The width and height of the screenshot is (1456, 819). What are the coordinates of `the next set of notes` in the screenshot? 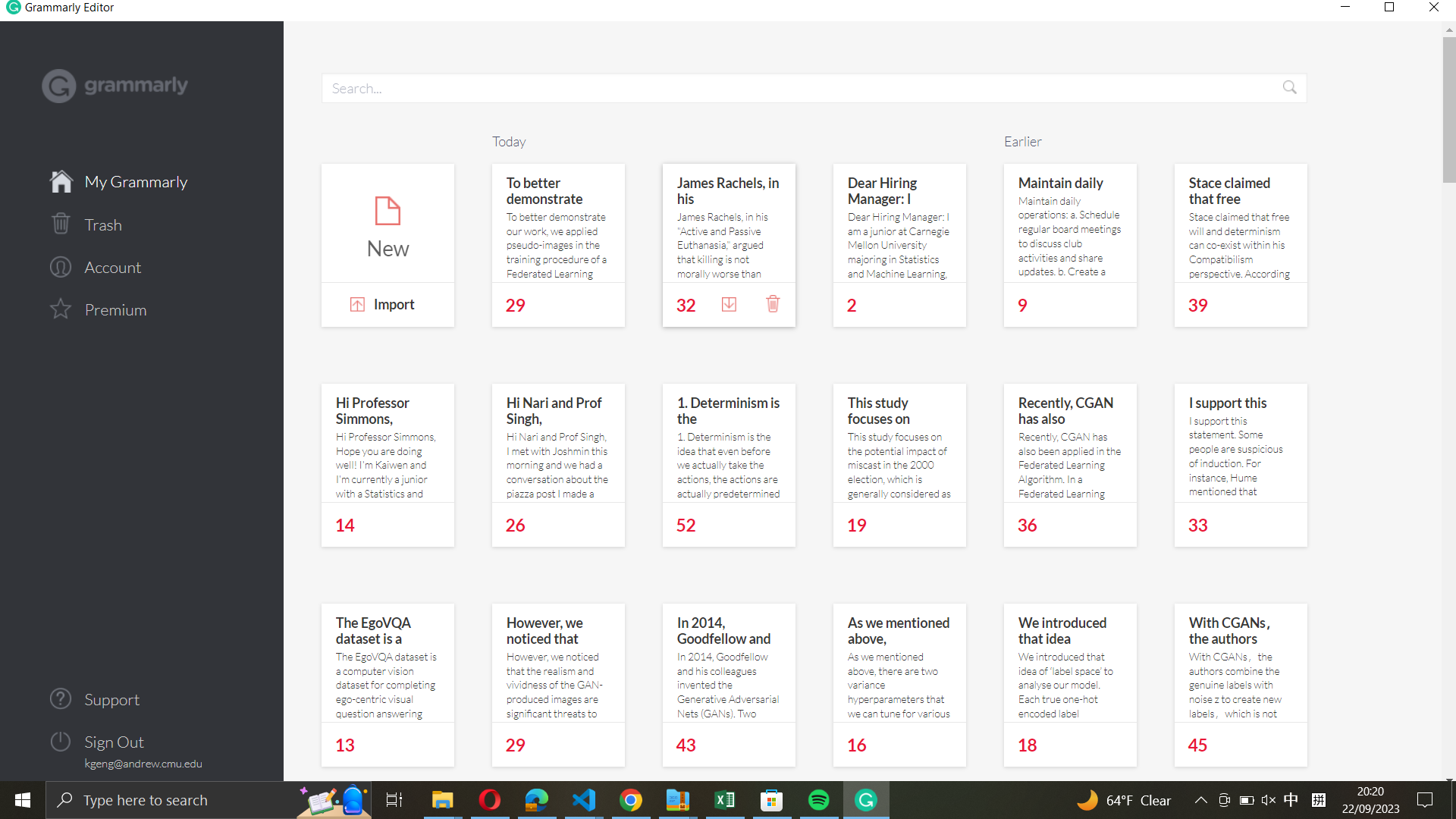 It's located at (861, 446).